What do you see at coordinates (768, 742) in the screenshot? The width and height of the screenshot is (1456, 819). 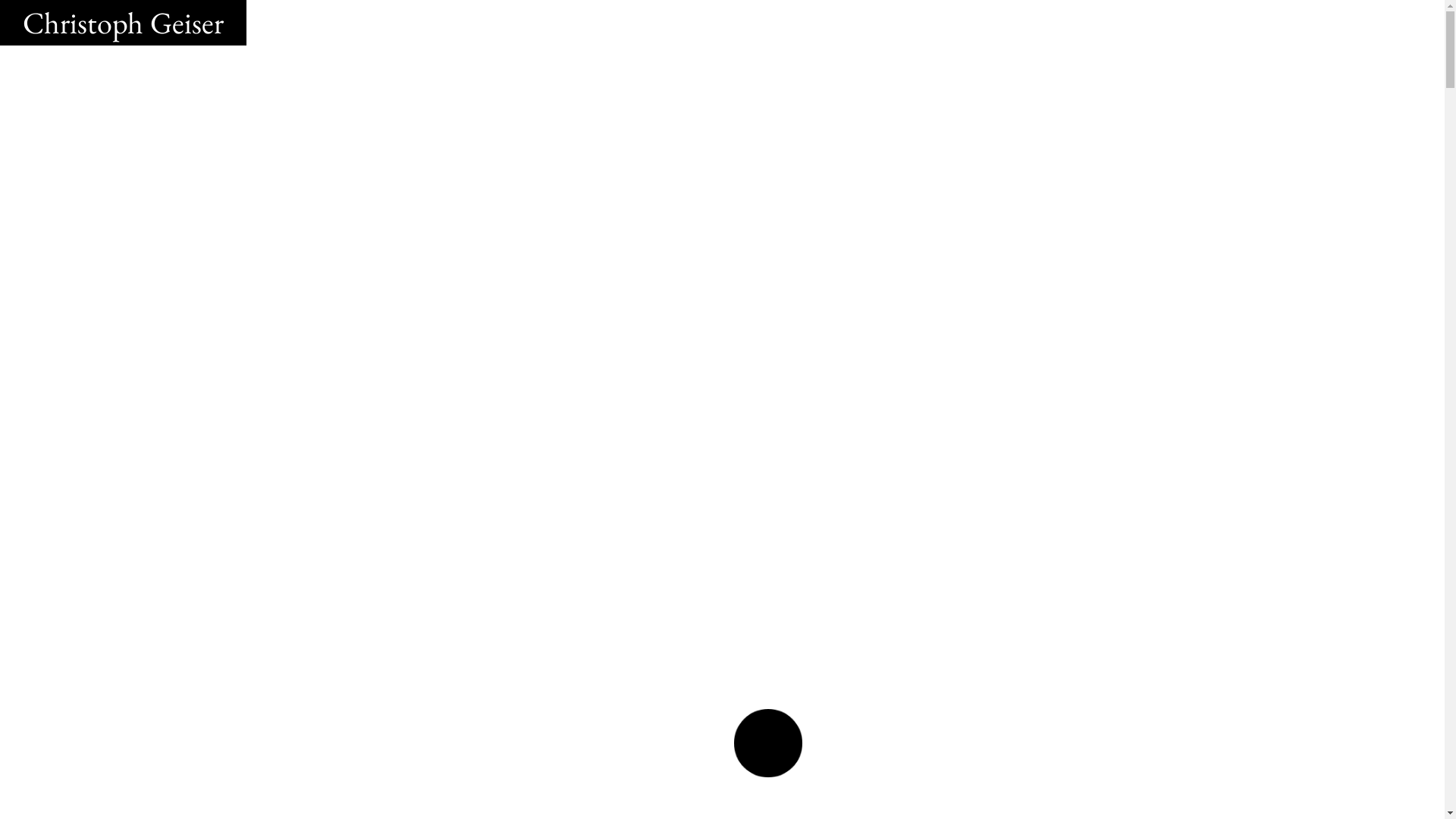 I see `'START'` at bounding box center [768, 742].